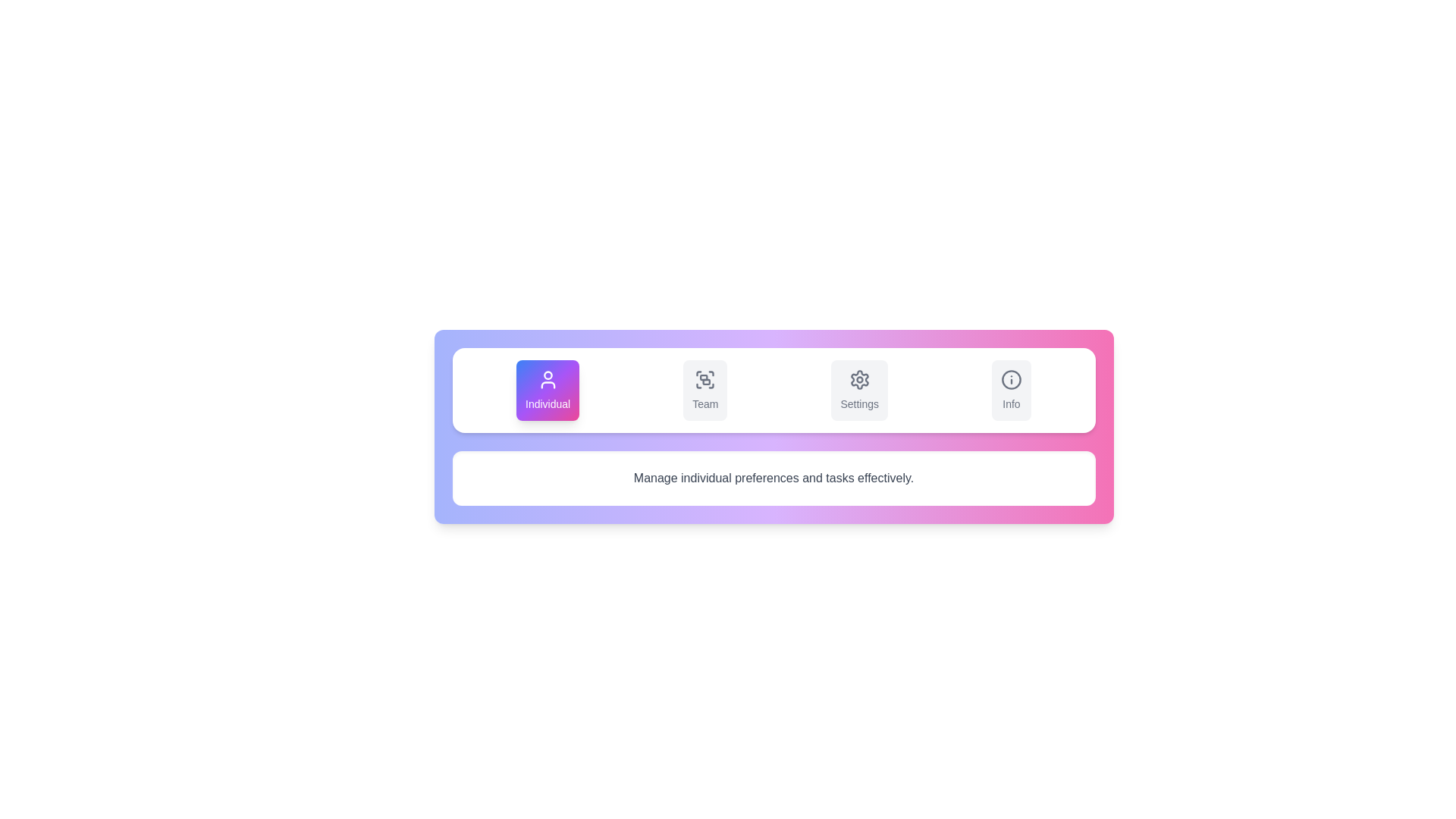 The height and width of the screenshot is (819, 1456). Describe the element at coordinates (704, 390) in the screenshot. I see `the 'Team' button` at that location.